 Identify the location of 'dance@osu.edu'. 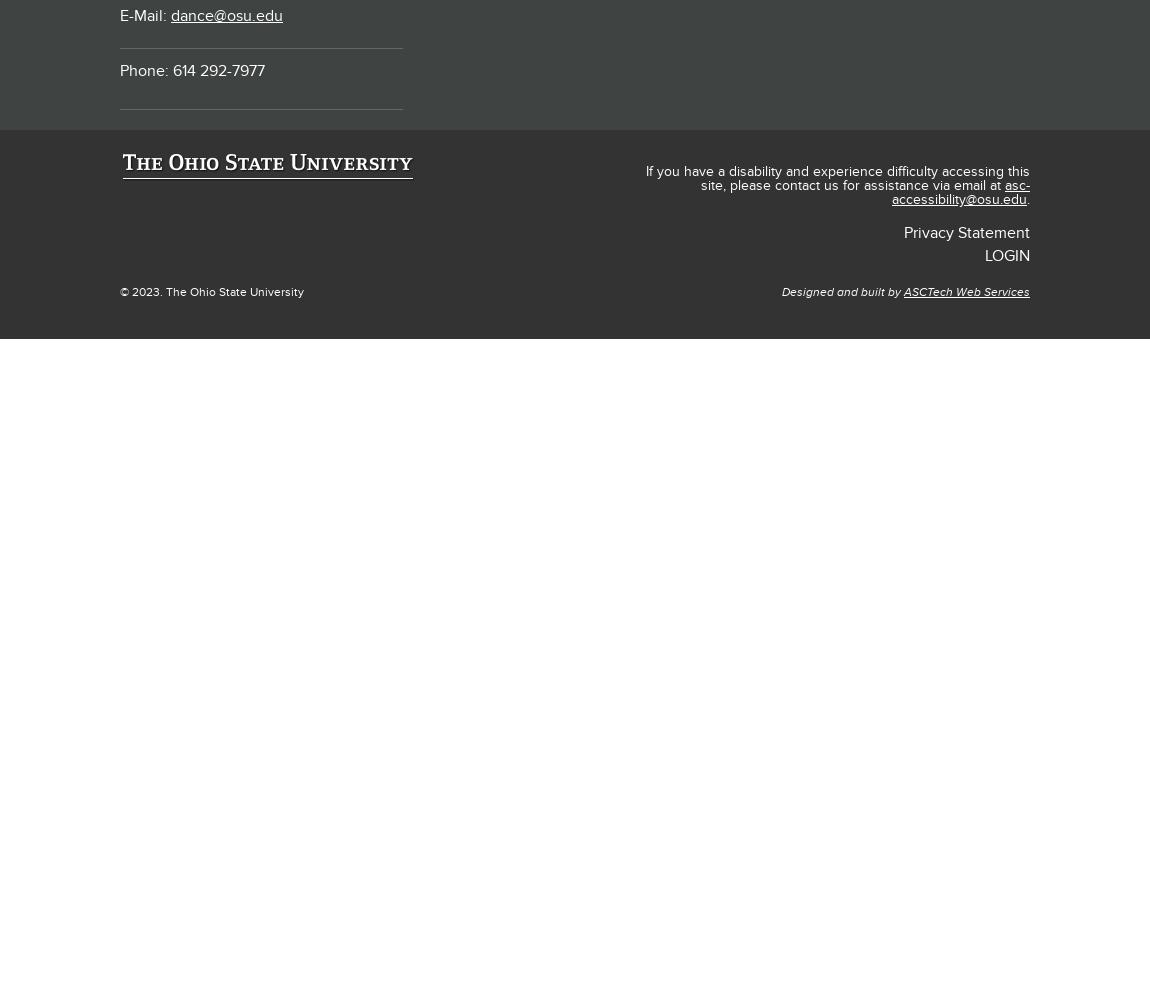
(226, 16).